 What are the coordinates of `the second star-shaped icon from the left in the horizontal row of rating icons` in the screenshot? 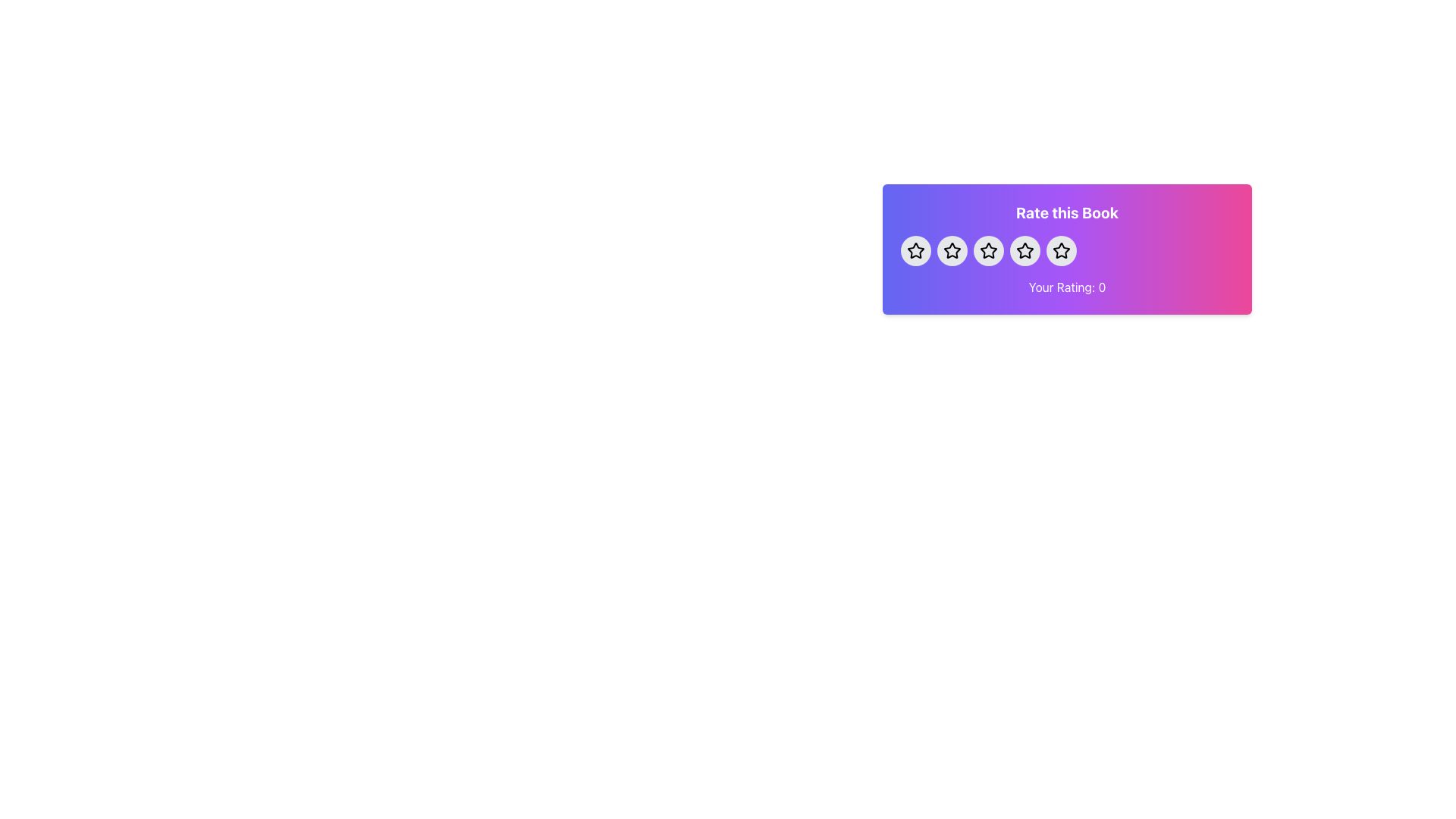 It's located at (987, 249).